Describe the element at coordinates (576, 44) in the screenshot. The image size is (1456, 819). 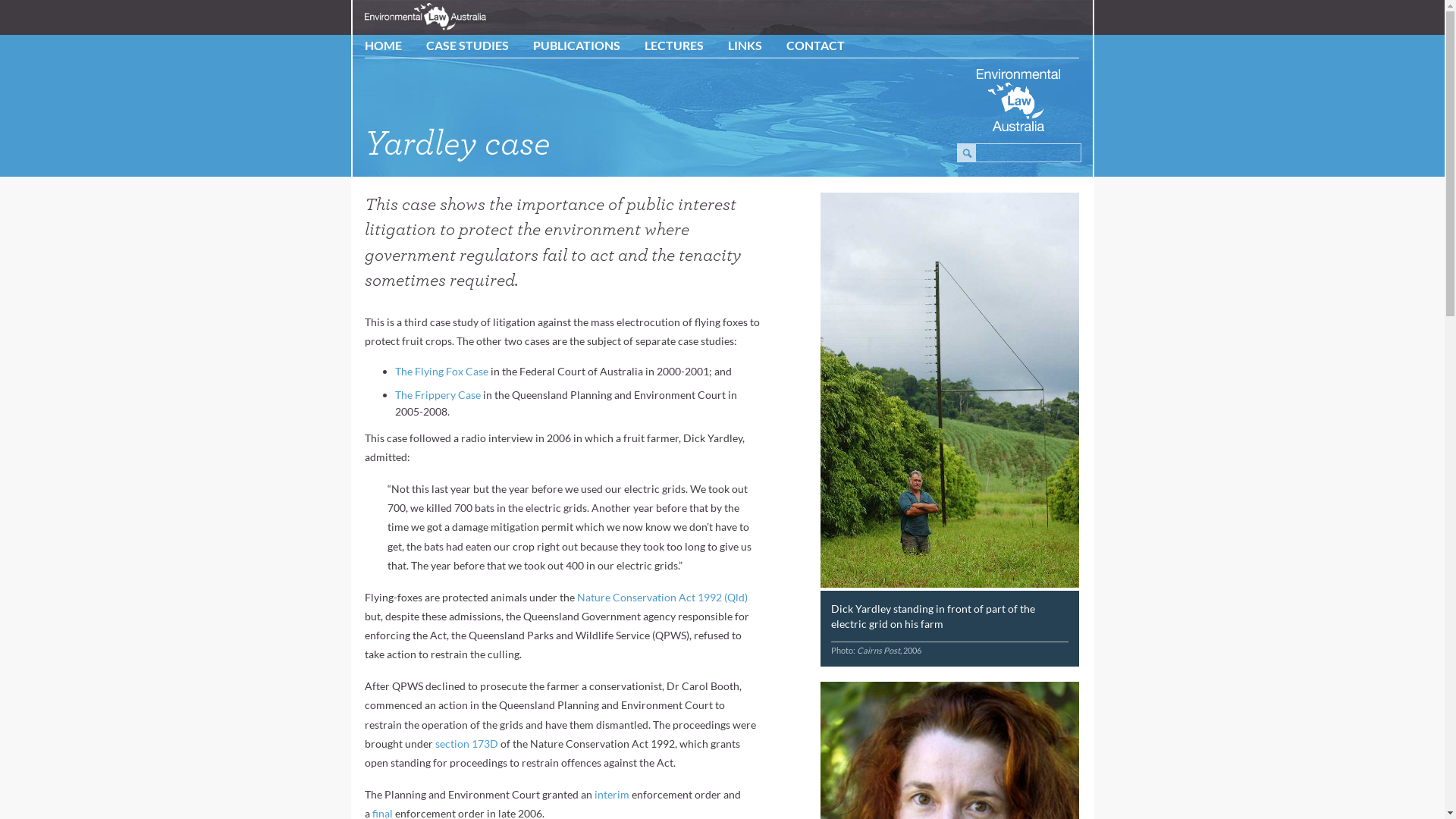
I see `'PUBLICATIONS'` at that location.